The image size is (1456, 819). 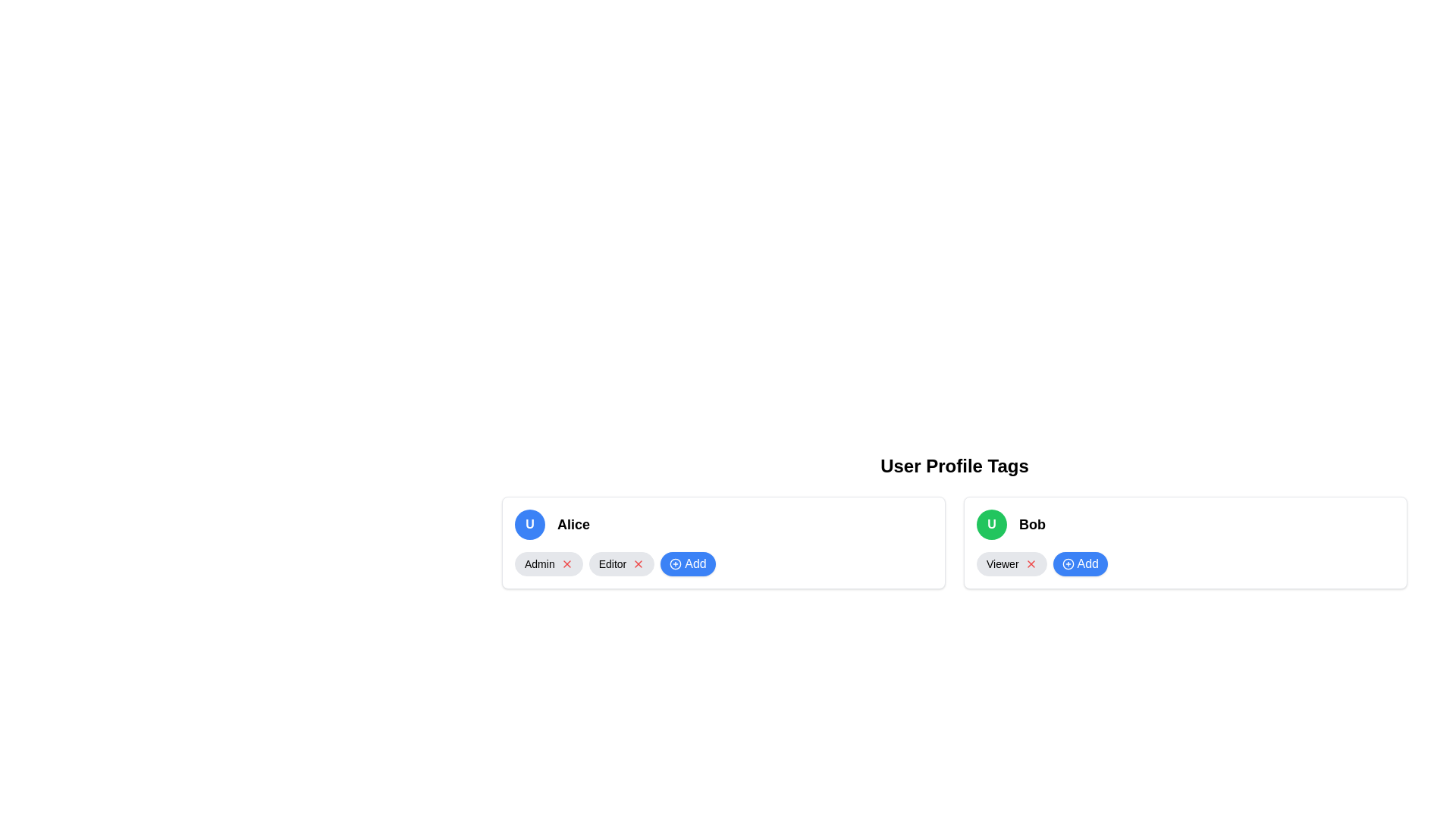 I want to click on the interactive red 'X' icon located to the right of the text 'Editor' in the 'User Profile Tags' section, so click(x=639, y=564).